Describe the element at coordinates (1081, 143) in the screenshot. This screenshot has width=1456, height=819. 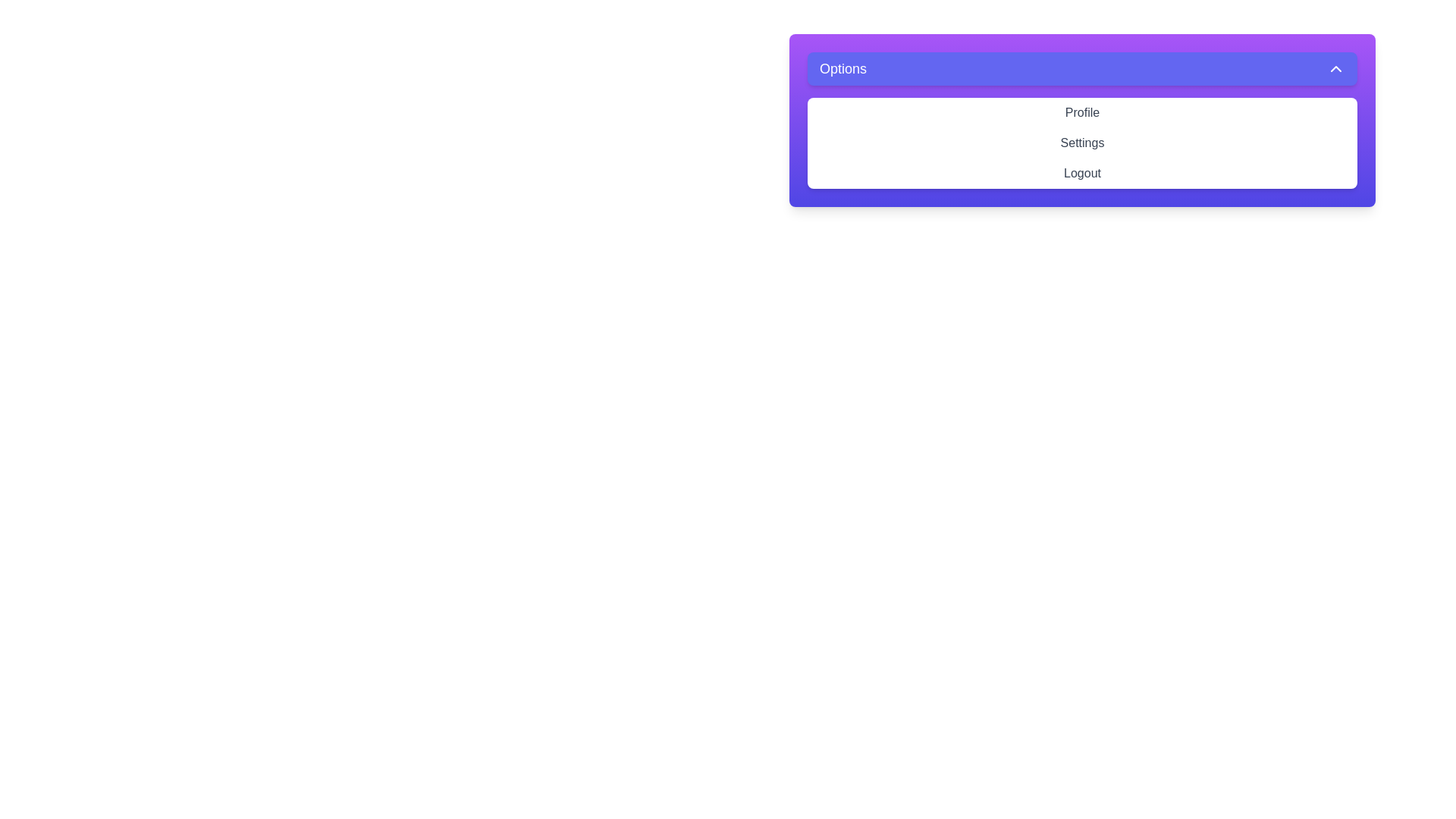
I see `the 'Settings' option in the menu` at that location.